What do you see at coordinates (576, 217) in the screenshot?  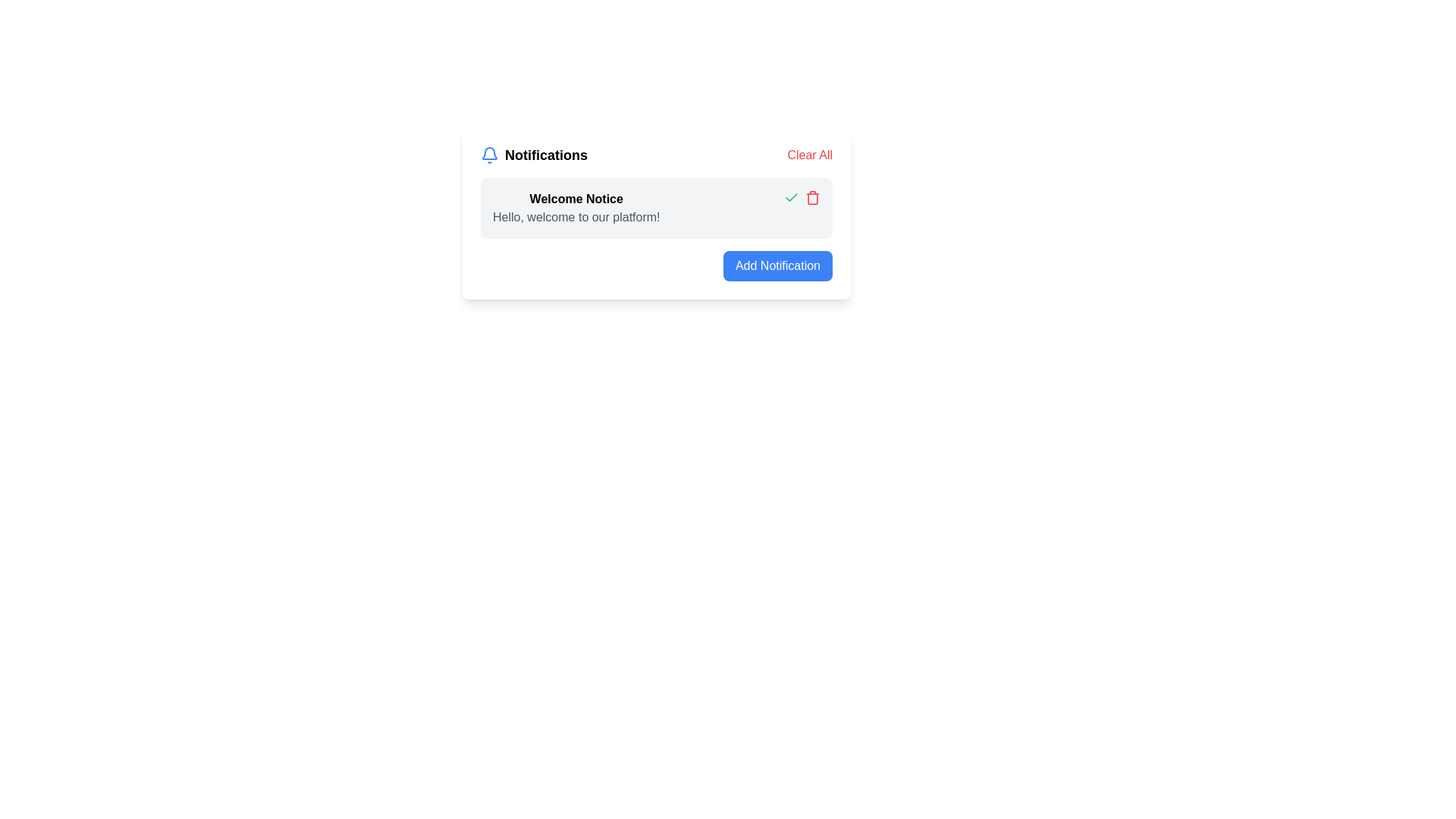 I see `the welcoming message text label located below the 'Welcome Notice' title in the notification card to potentially display a tooltip` at bounding box center [576, 217].